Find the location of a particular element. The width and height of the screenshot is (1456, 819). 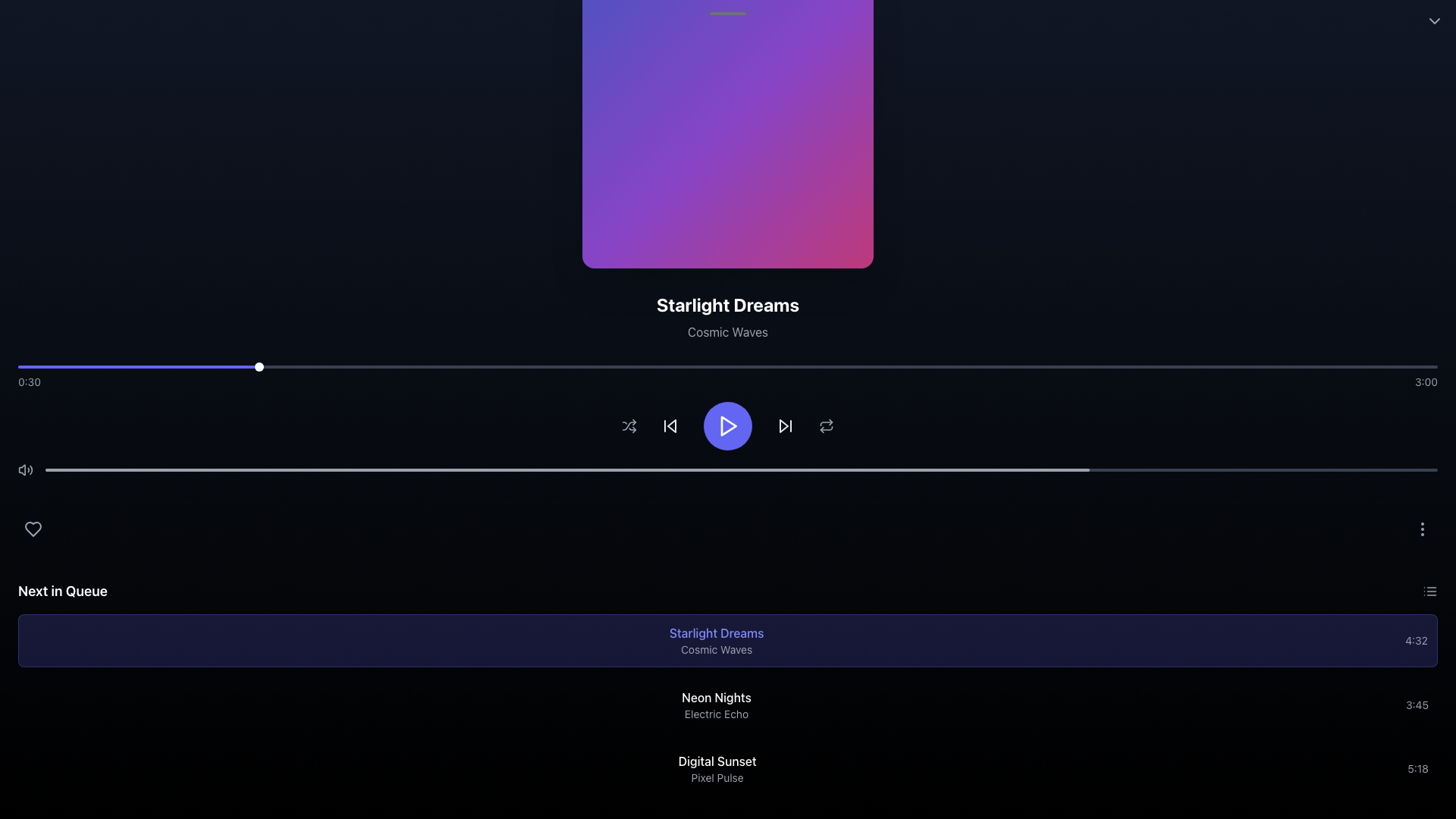

the 'Play' button located at the center of the playback controls is located at coordinates (729, 426).